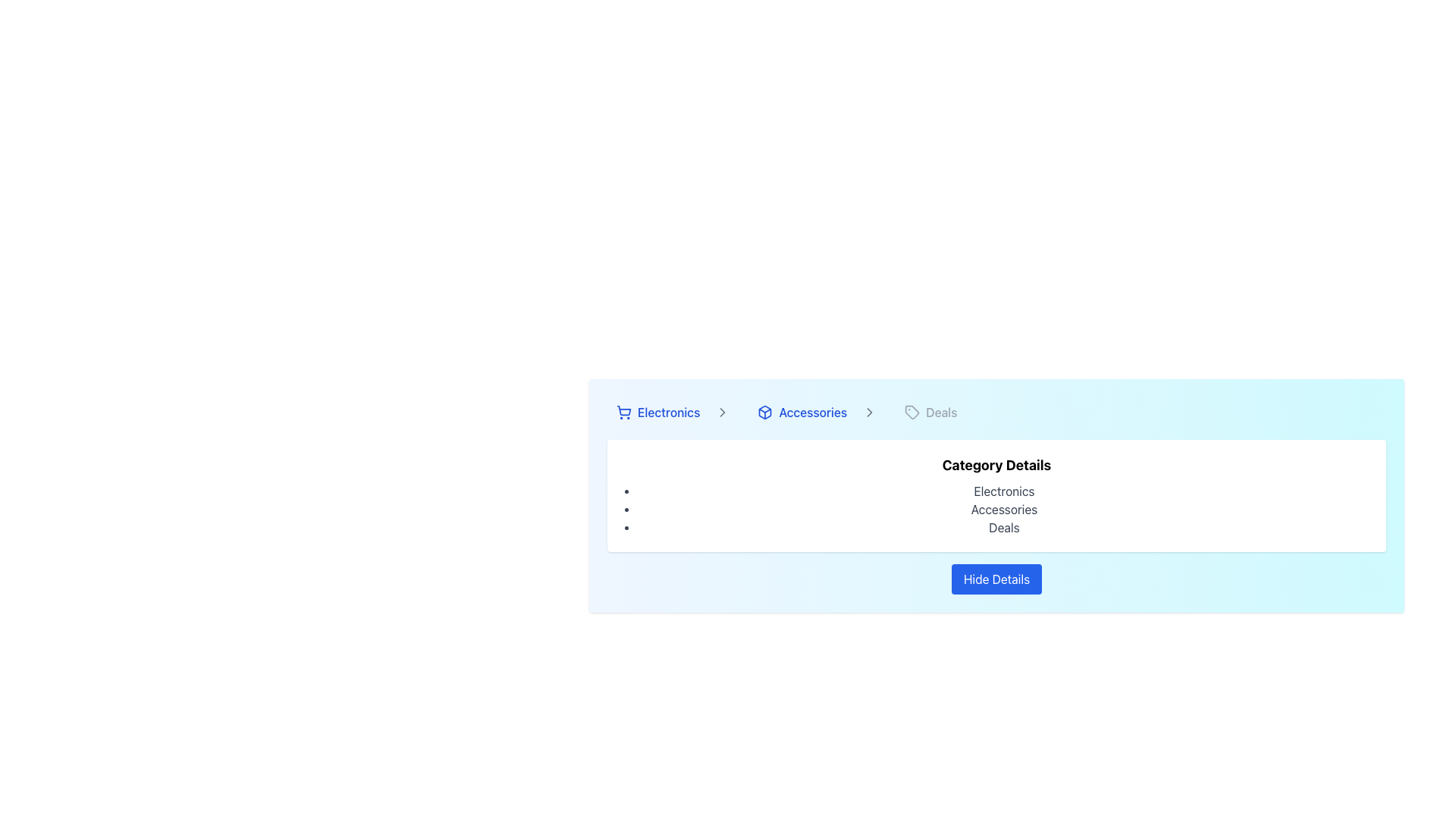 The width and height of the screenshot is (1456, 819). What do you see at coordinates (1004, 509) in the screenshot?
I see `individual items in the Bullet List located below the 'Category Details' heading` at bounding box center [1004, 509].